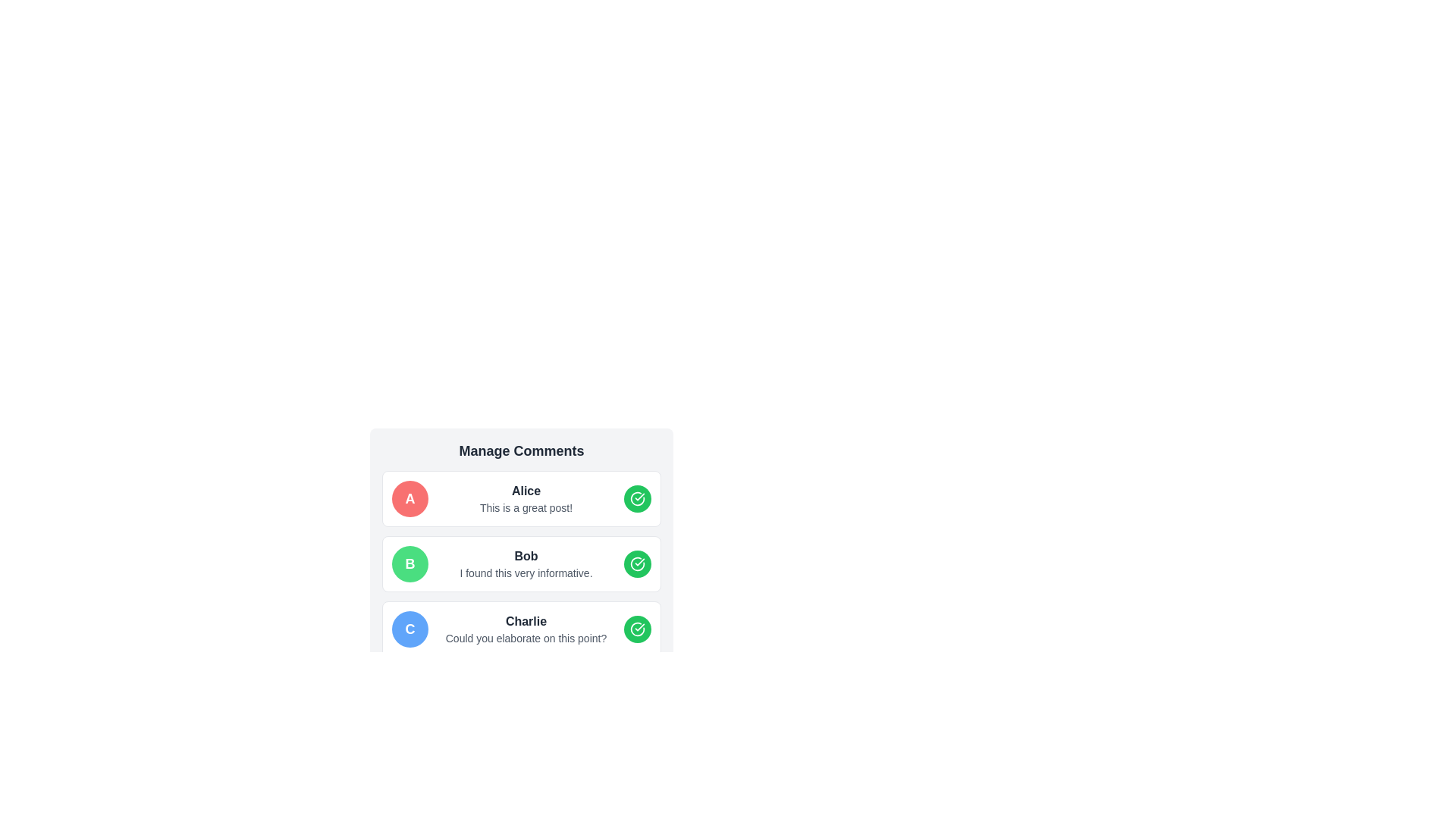 Image resolution: width=1456 pixels, height=819 pixels. I want to click on the confirmation button located to the right of the comment text labeled 'Bob' in the 'Manage Comments' interface, so click(637, 564).